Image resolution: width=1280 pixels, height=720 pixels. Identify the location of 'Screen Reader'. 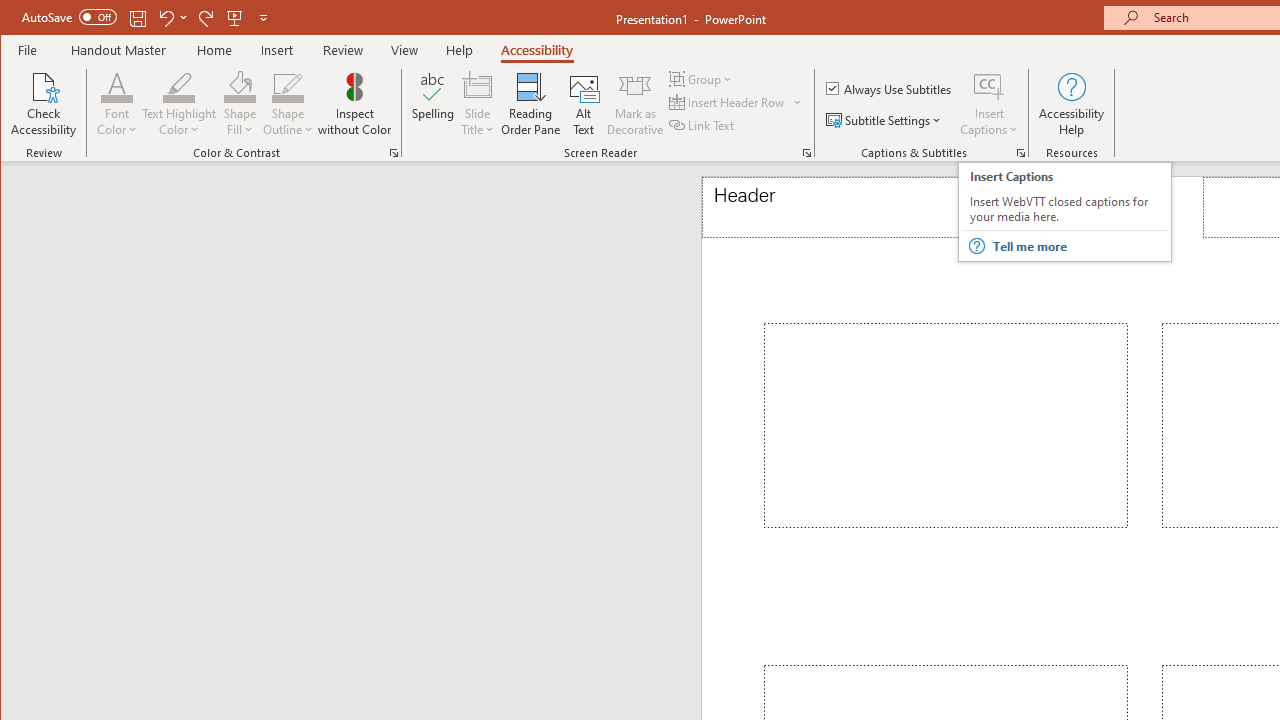
(807, 152).